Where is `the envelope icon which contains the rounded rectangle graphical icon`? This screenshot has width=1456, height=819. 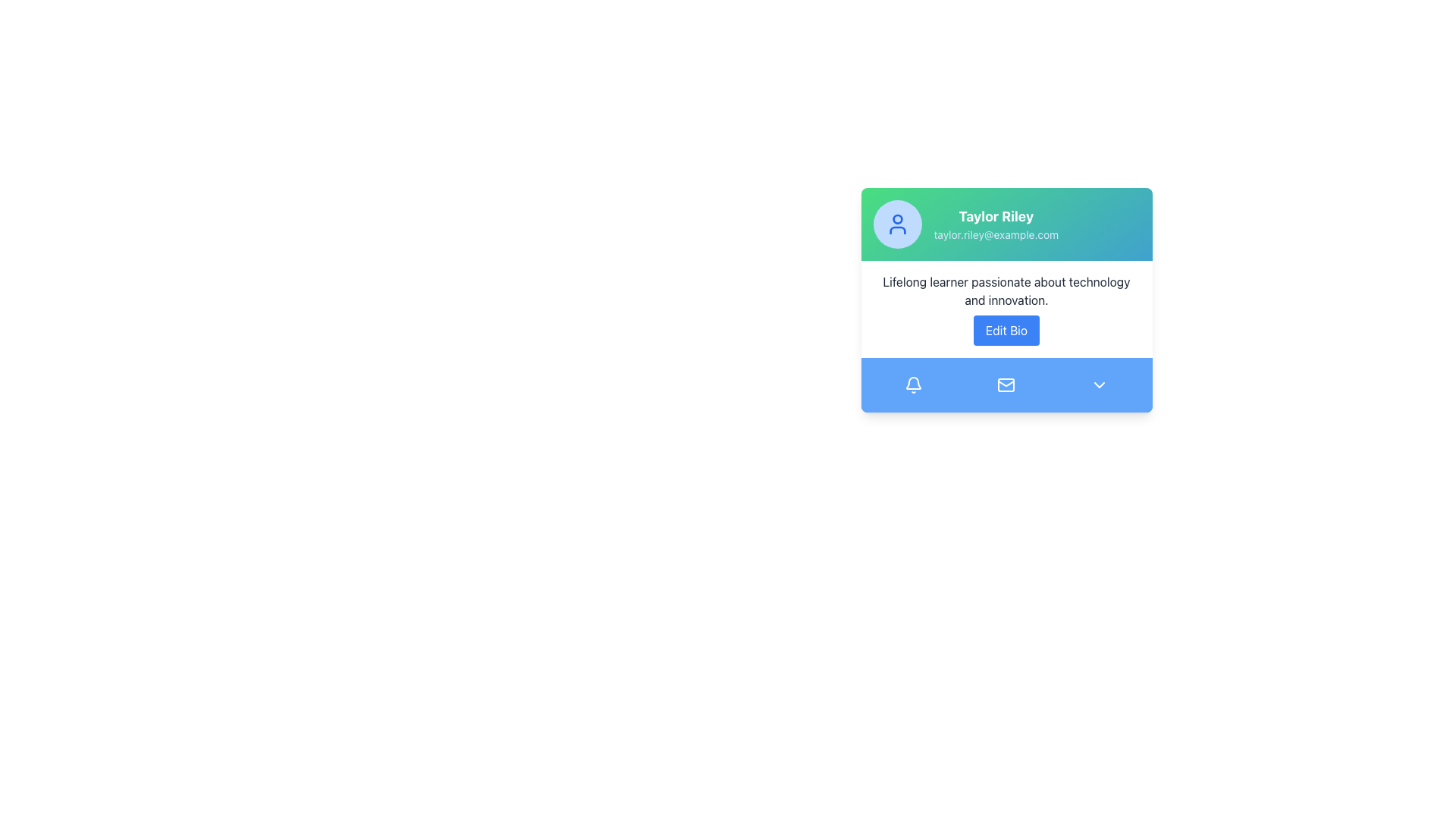
the envelope icon which contains the rounded rectangle graphical icon is located at coordinates (1006, 384).